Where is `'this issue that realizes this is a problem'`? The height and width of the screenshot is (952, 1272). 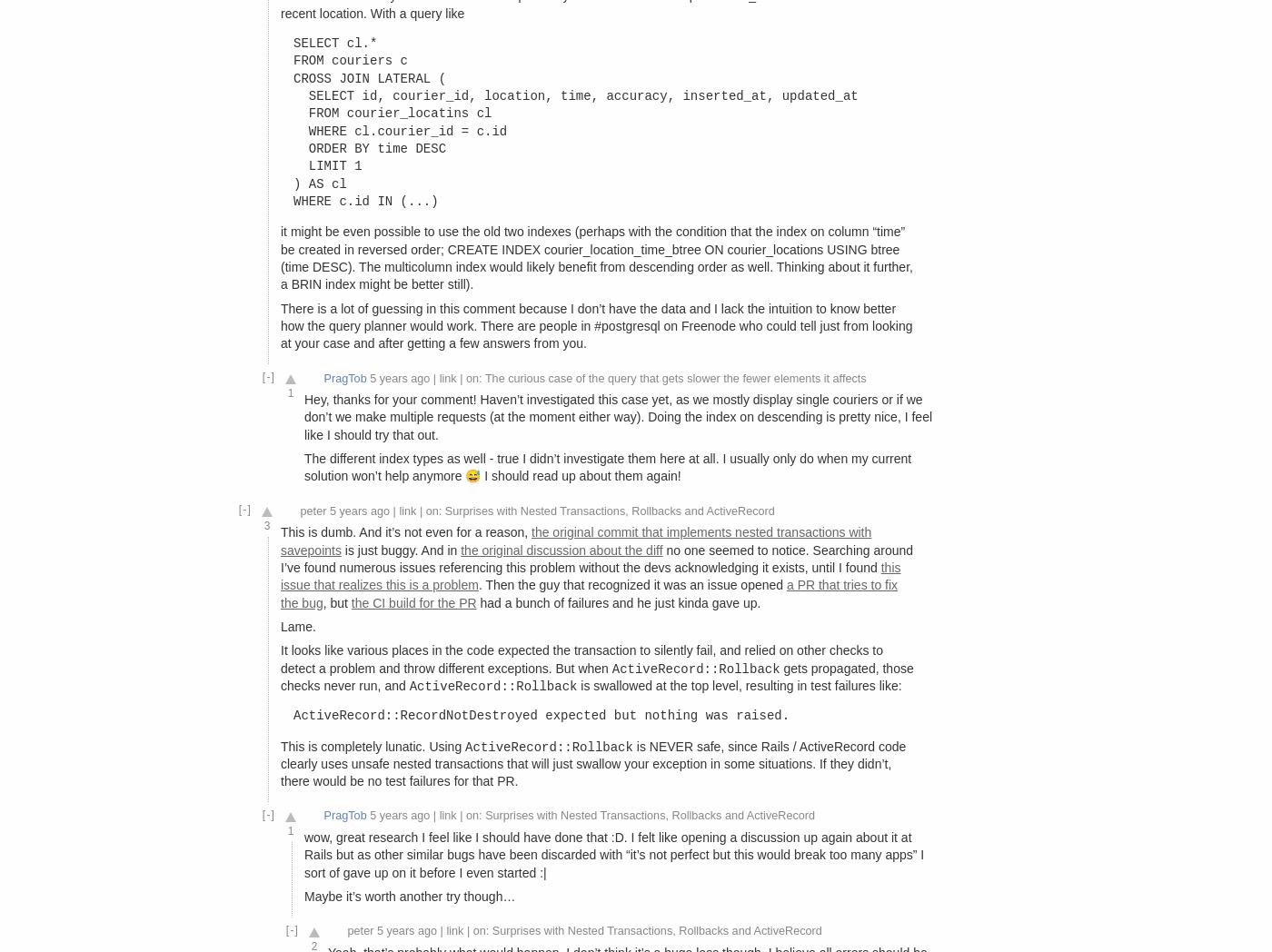 'this issue that realizes this is a problem' is located at coordinates (591, 575).